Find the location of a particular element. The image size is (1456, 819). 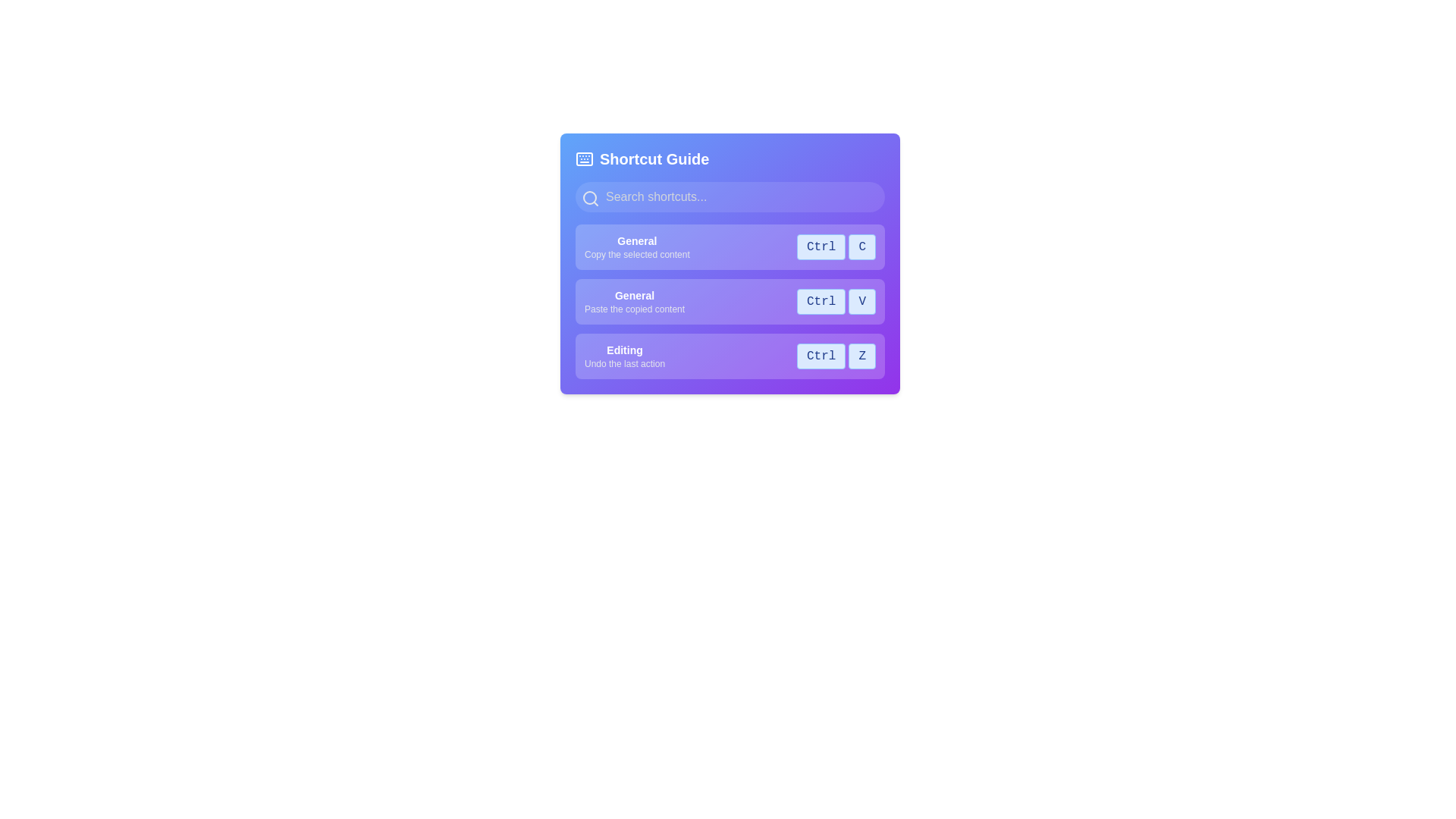

the circular graphical component within the search icon, which is located to the left of the search input box in the 'Shortcut Guide' dialog is located at coordinates (588, 197).